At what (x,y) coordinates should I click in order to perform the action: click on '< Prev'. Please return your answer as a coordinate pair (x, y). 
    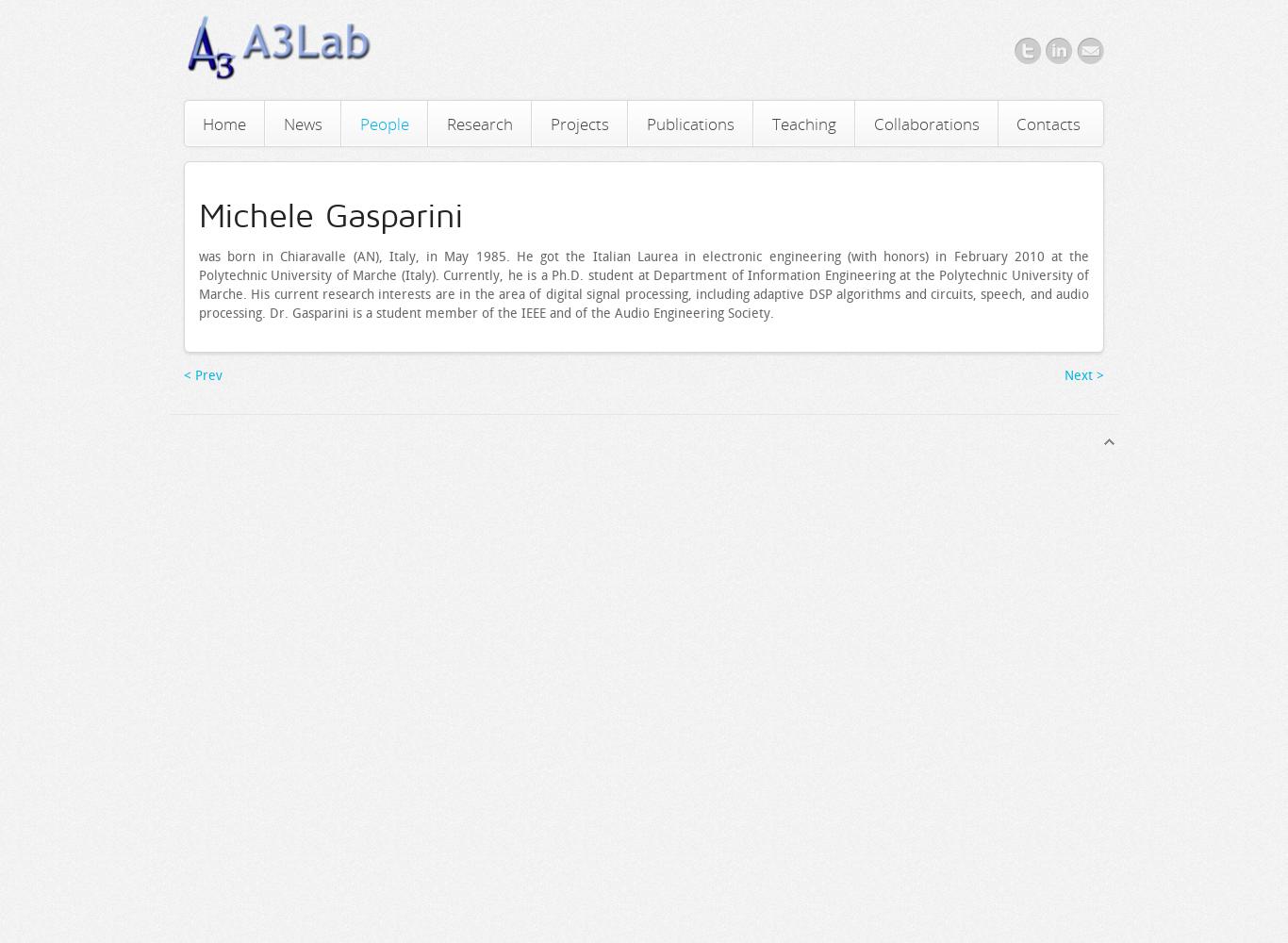
    Looking at the image, I should click on (201, 375).